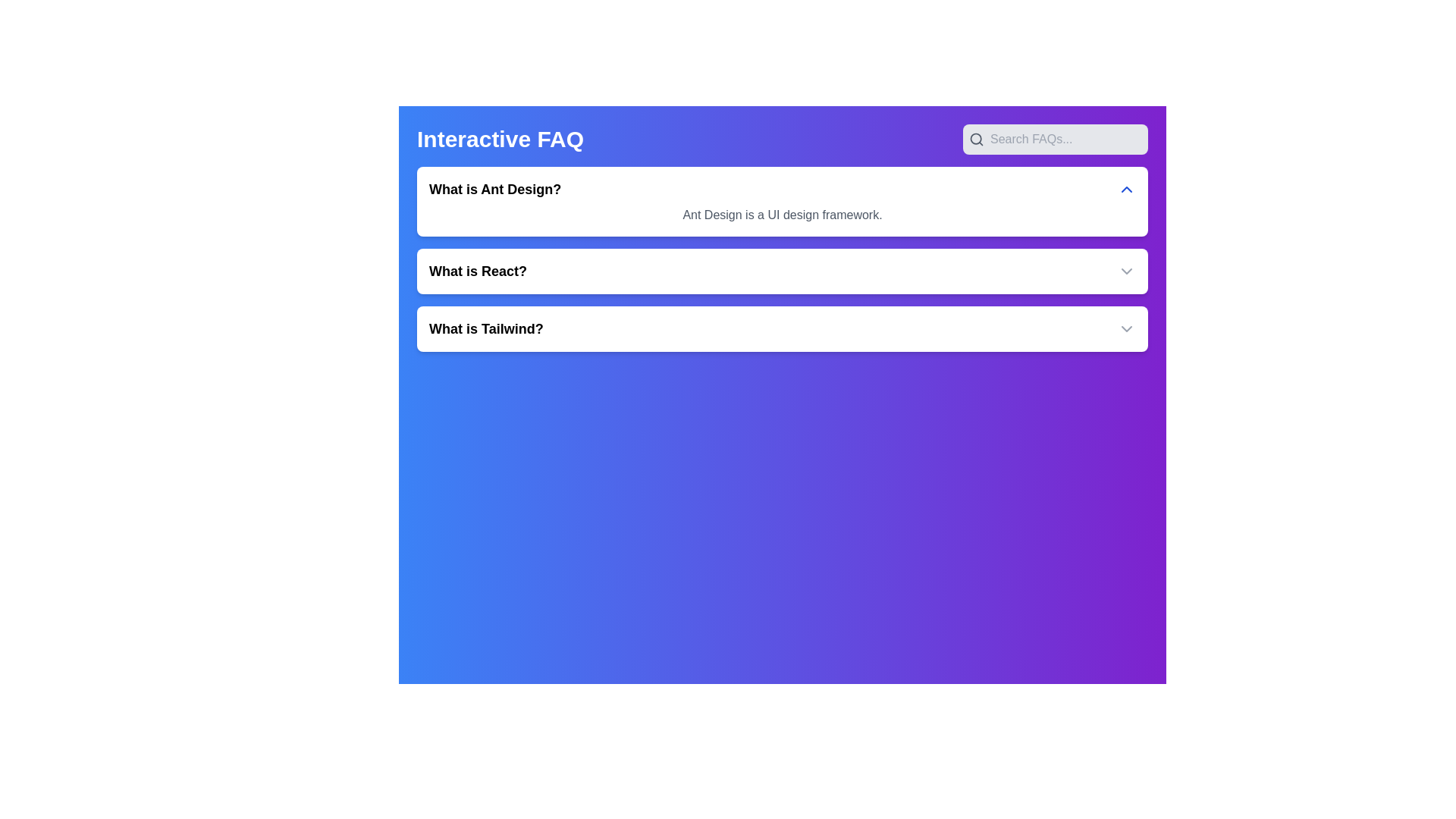 The image size is (1456, 819). Describe the element at coordinates (1127, 271) in the screenshot. I see `the downward-facing chevron icon on the far-right of the 'What is React?' section` at that location.